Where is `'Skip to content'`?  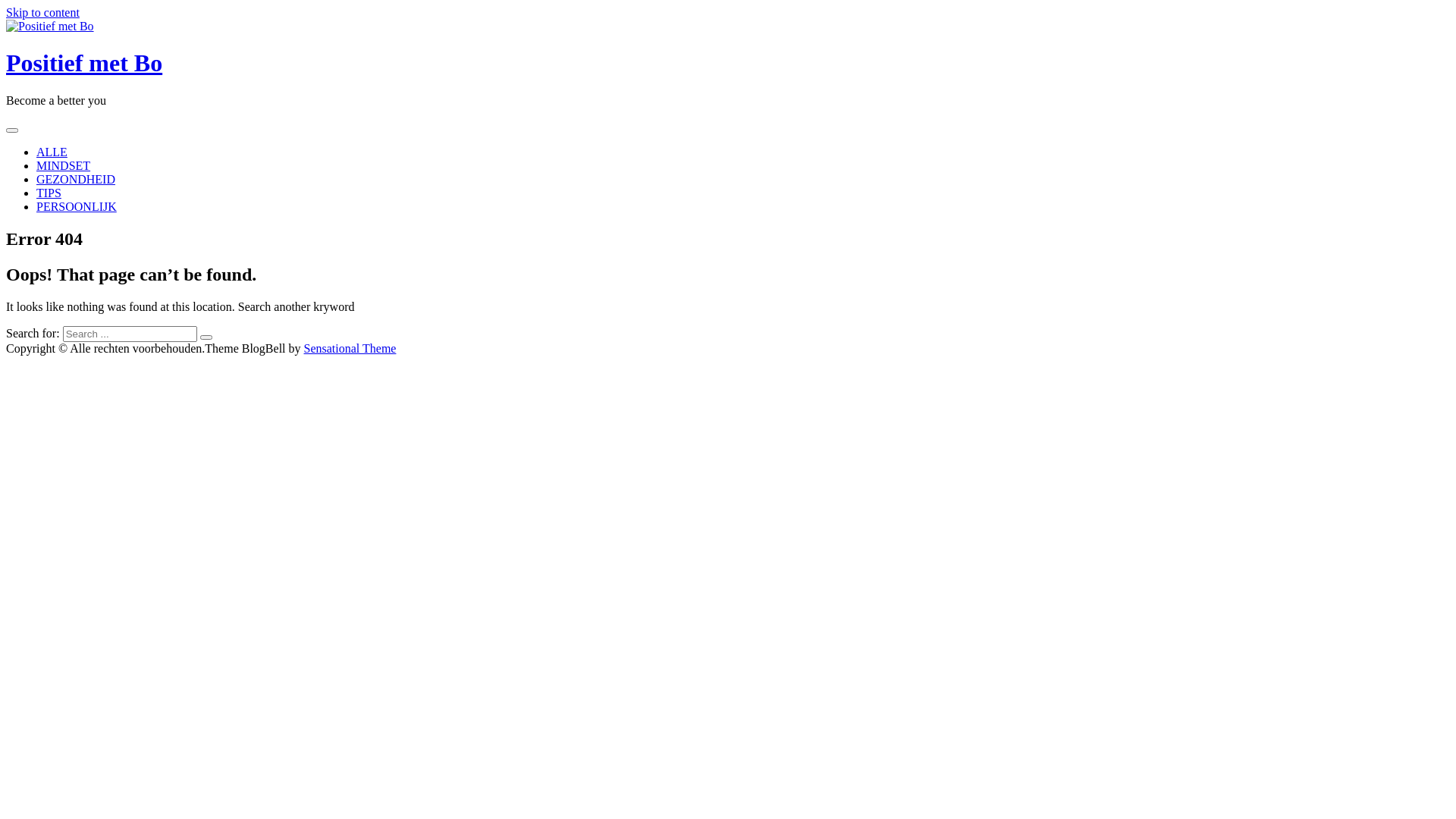
'Skip to content' is located at coordinates (42, 12).